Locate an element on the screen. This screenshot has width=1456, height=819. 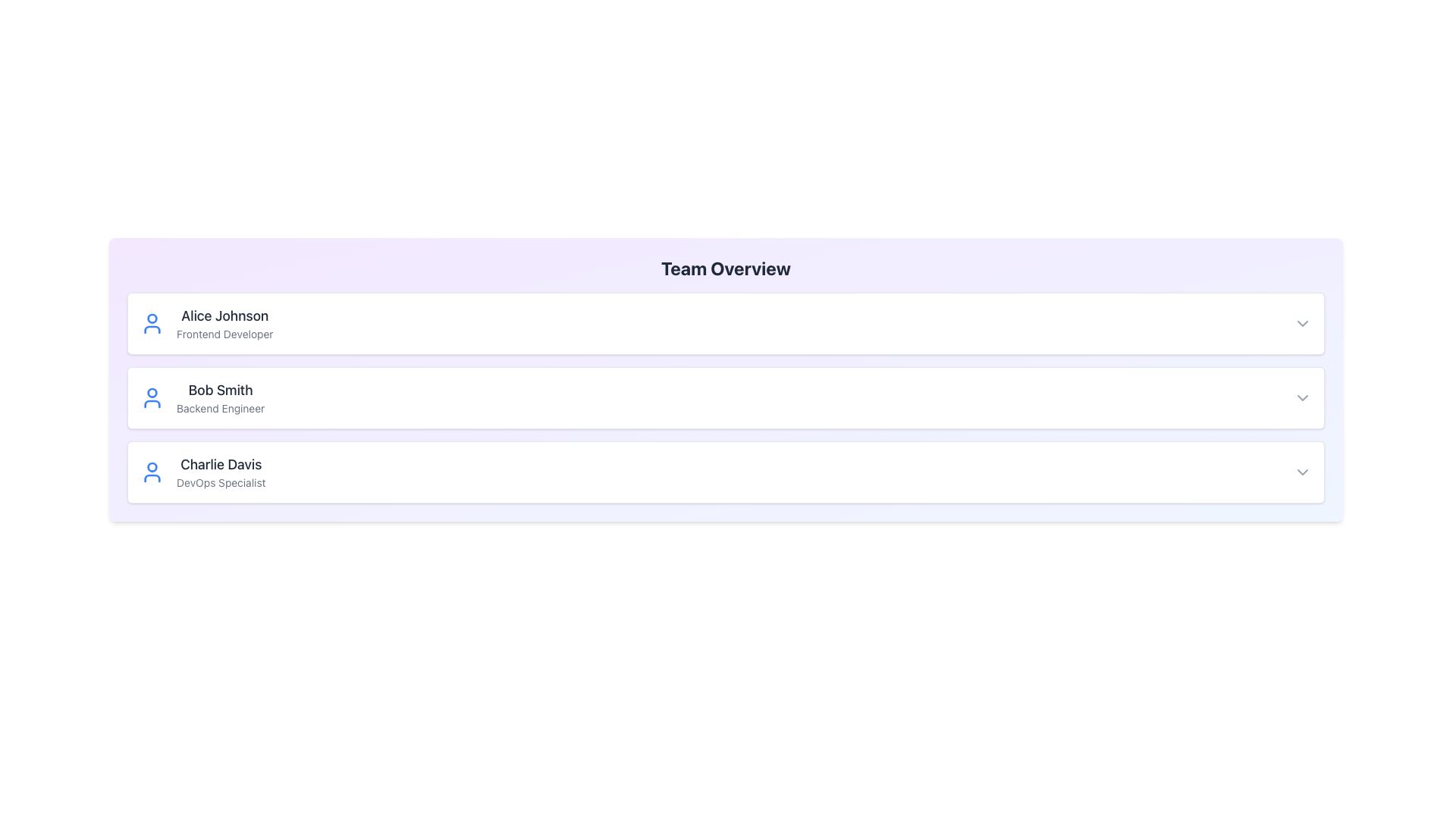
the circular part of the user icon for 'Charlie Davis,' which is the third entry in the 'Team Overview' card list is located at coordinates (152, 466).